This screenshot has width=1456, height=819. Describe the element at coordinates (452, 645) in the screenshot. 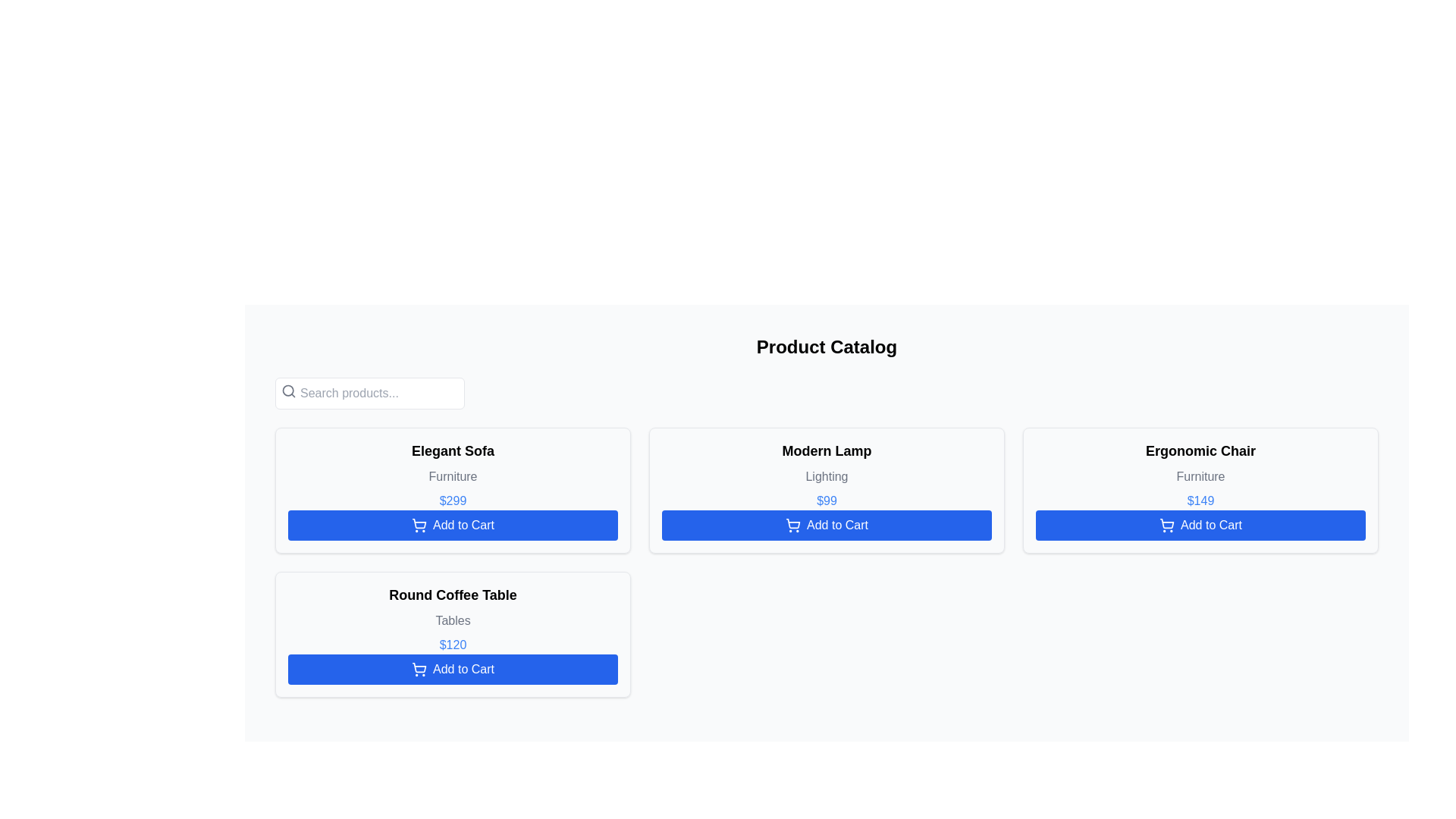

I see `the price label for the 'Round Coffee Table' located below the 'Tables' subtitle and above the 'Add to Cart' button` at that location.